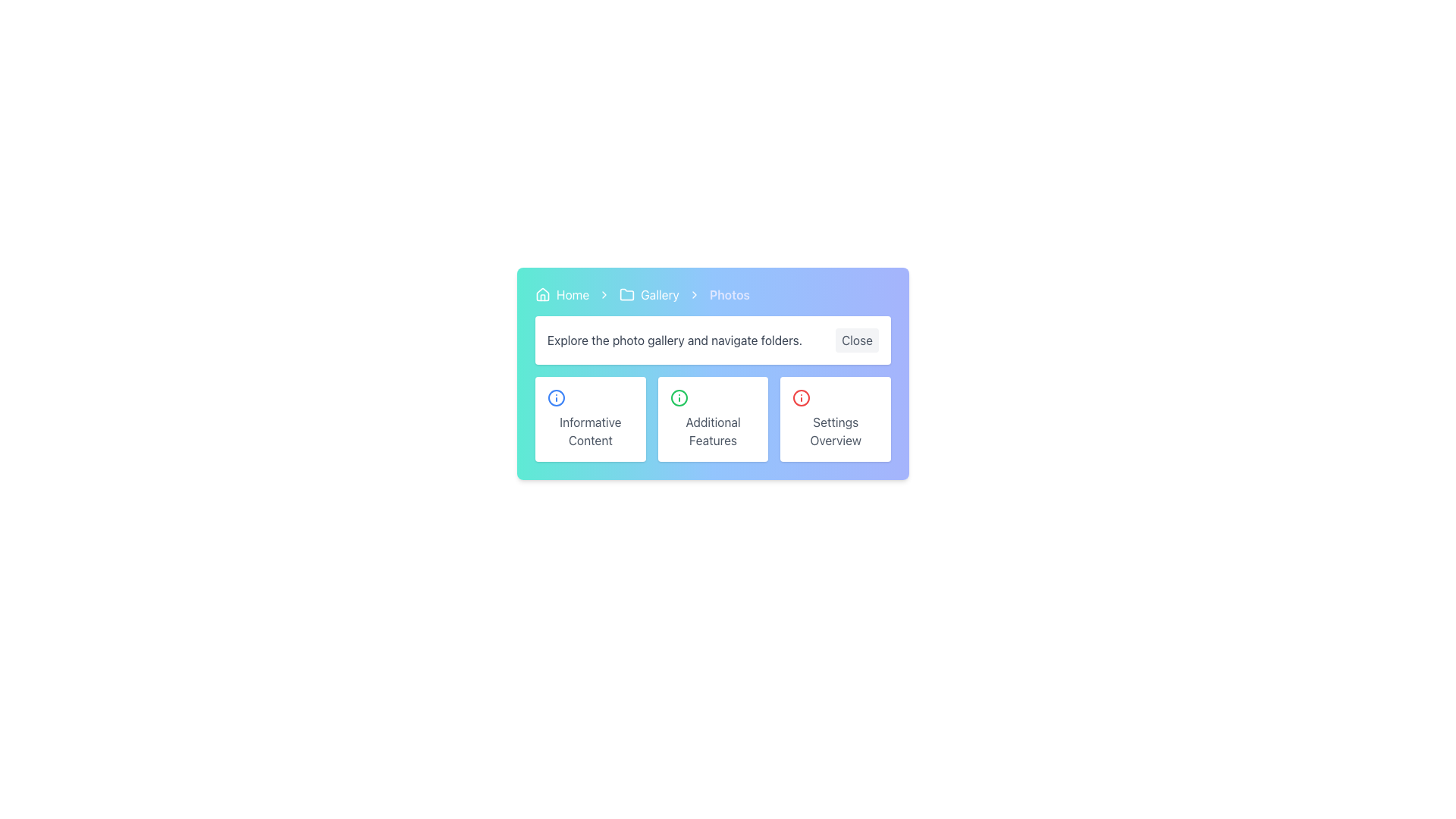  Describe the element at coordinates (712, 419) in the screenshot. I see `the 'Additional Features' Informational Card, which is the second column in a grid layout located between 'Informative Content' and 'Settings Overview'` at that location.